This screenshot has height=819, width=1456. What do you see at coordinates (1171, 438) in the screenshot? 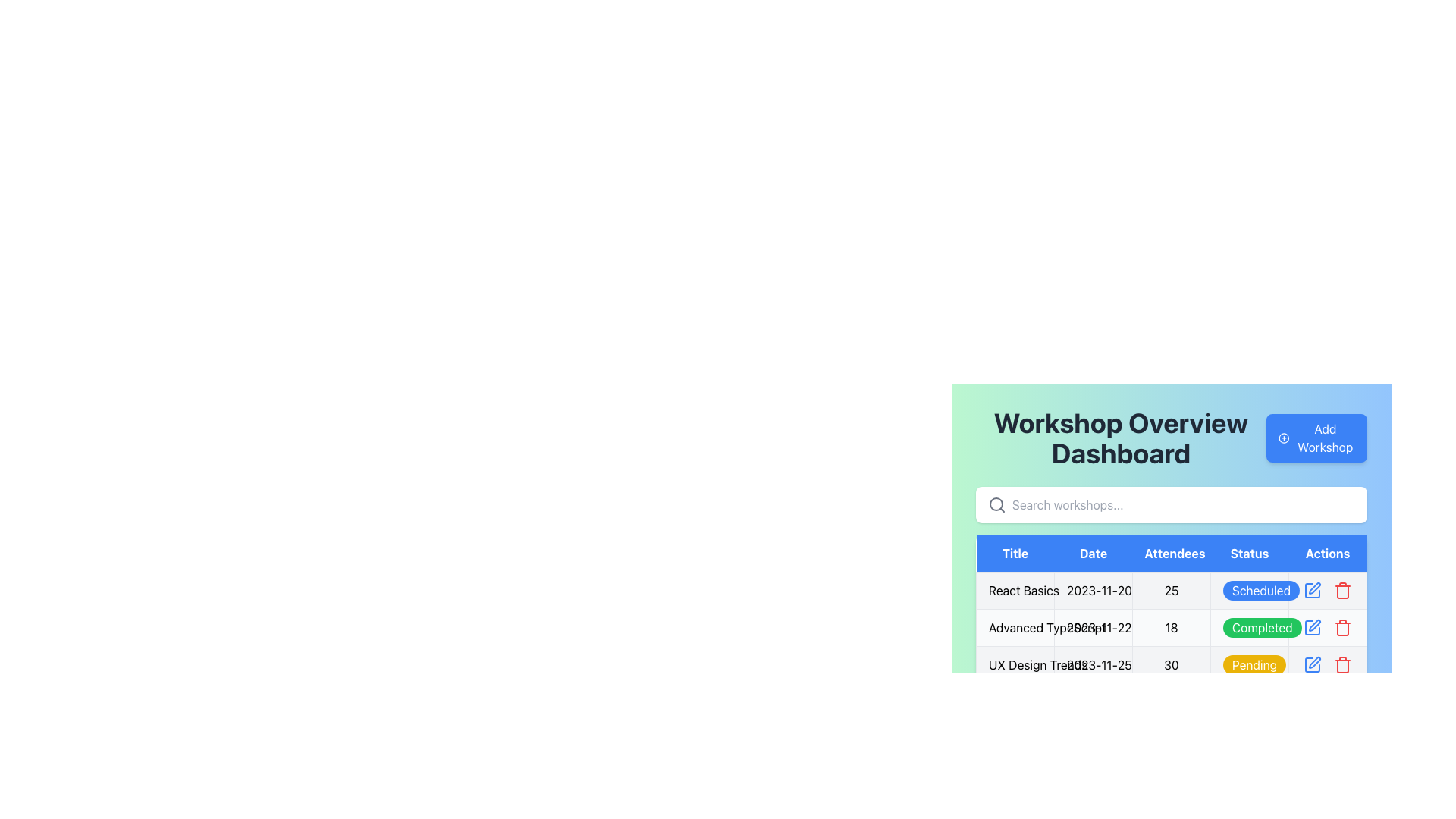
I see `the header section containing the 'Workshop Overview Dashboard' text and the 'Add Workshop' button` at bounding box center [1171, 438].